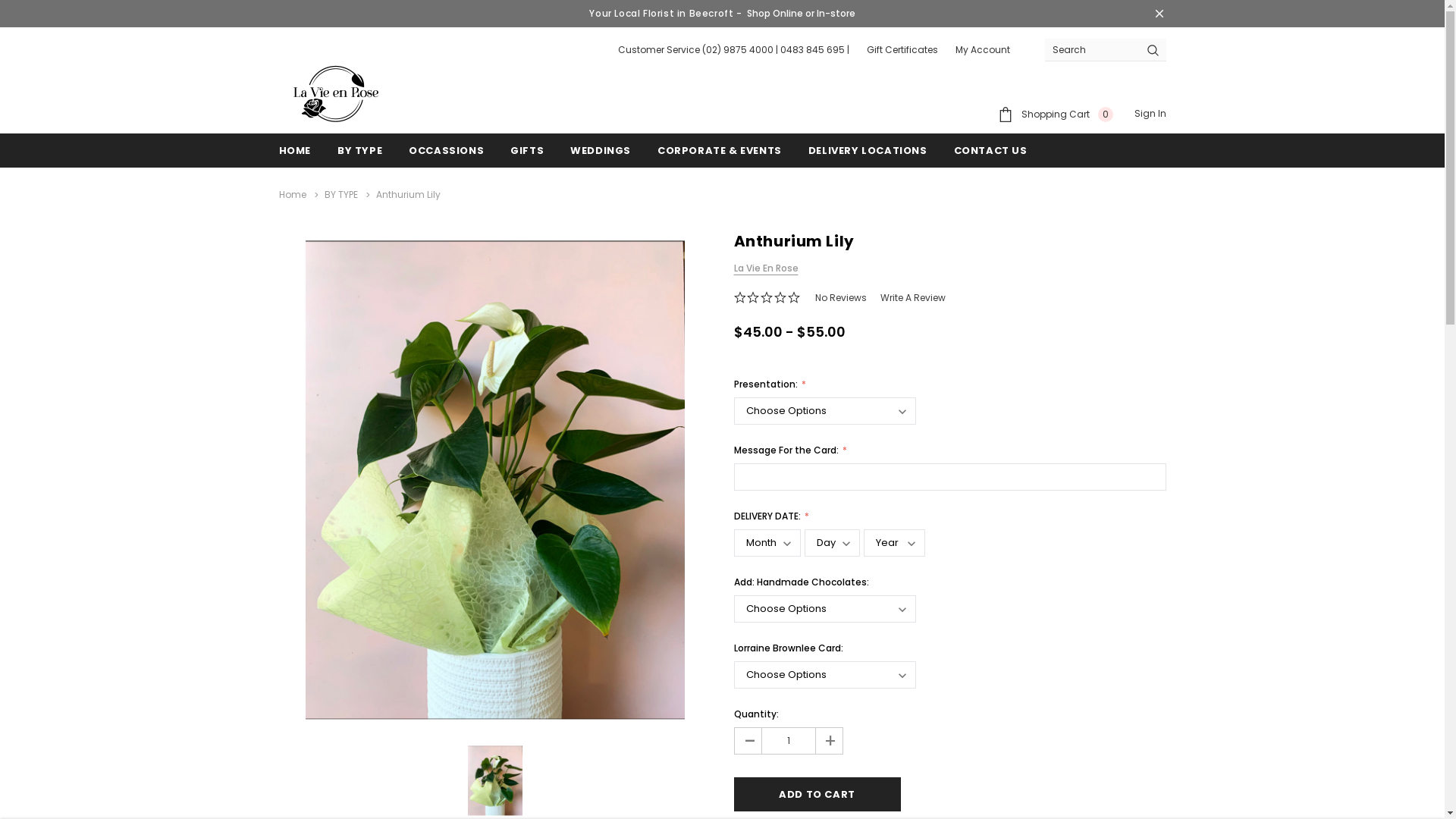 The width and height of the screenshot is (1456, 819). Describe the element at coordinates (817, 793) in the screenshot. I see `'Add to Cart'` at that location.